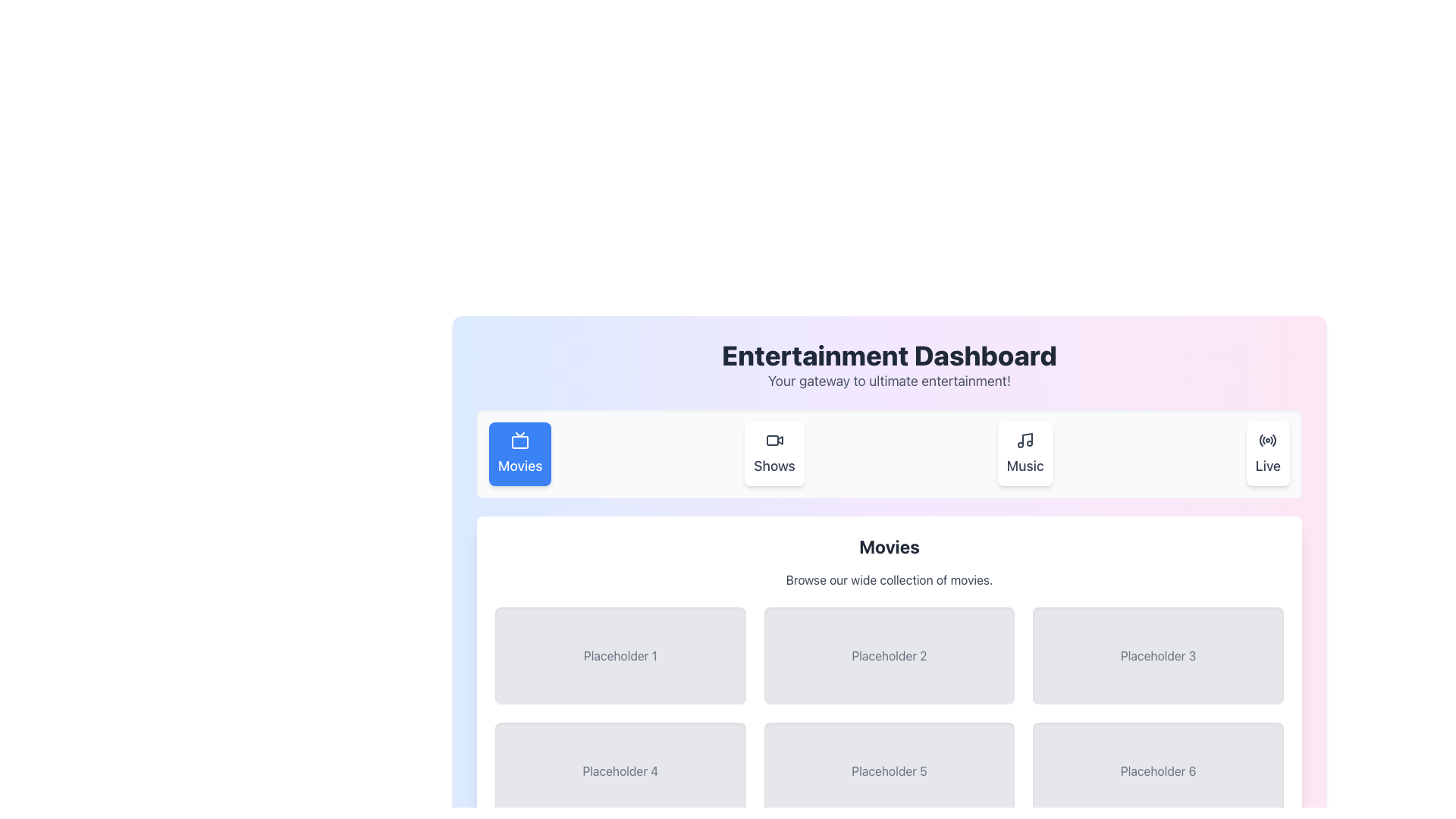 The height and width of the screenshot is (819, 1456). Describe the element at coordinates (889, 366) in the screenshot. I see `the Textual Header banner that serves as the title and purpose of the interface, located near the top of the page` at that location.